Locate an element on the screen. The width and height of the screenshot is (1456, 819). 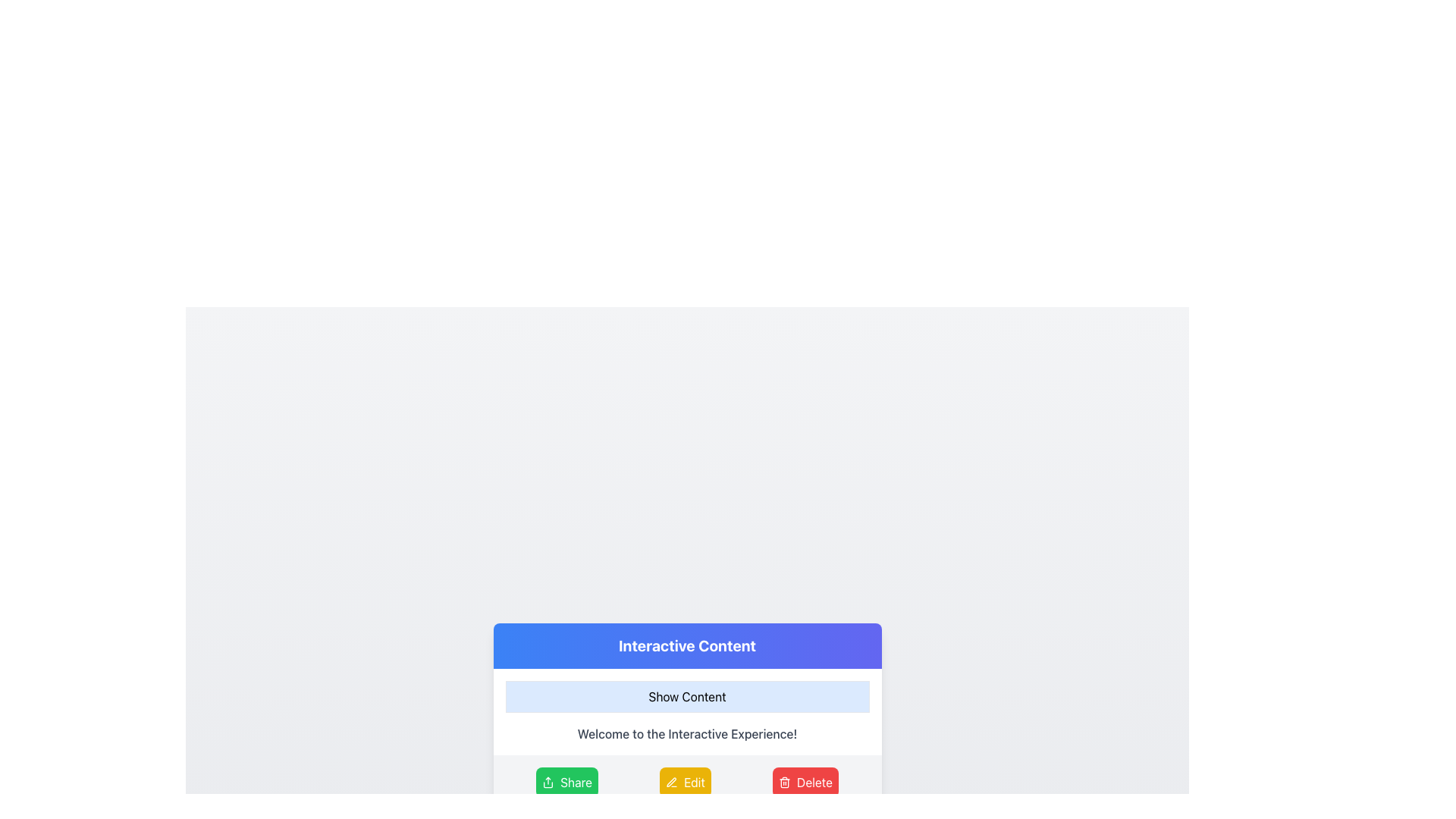
the 'Edit' button, which contains a small pen-shaped icon with a yellow background is located at coordinates (671, 783).